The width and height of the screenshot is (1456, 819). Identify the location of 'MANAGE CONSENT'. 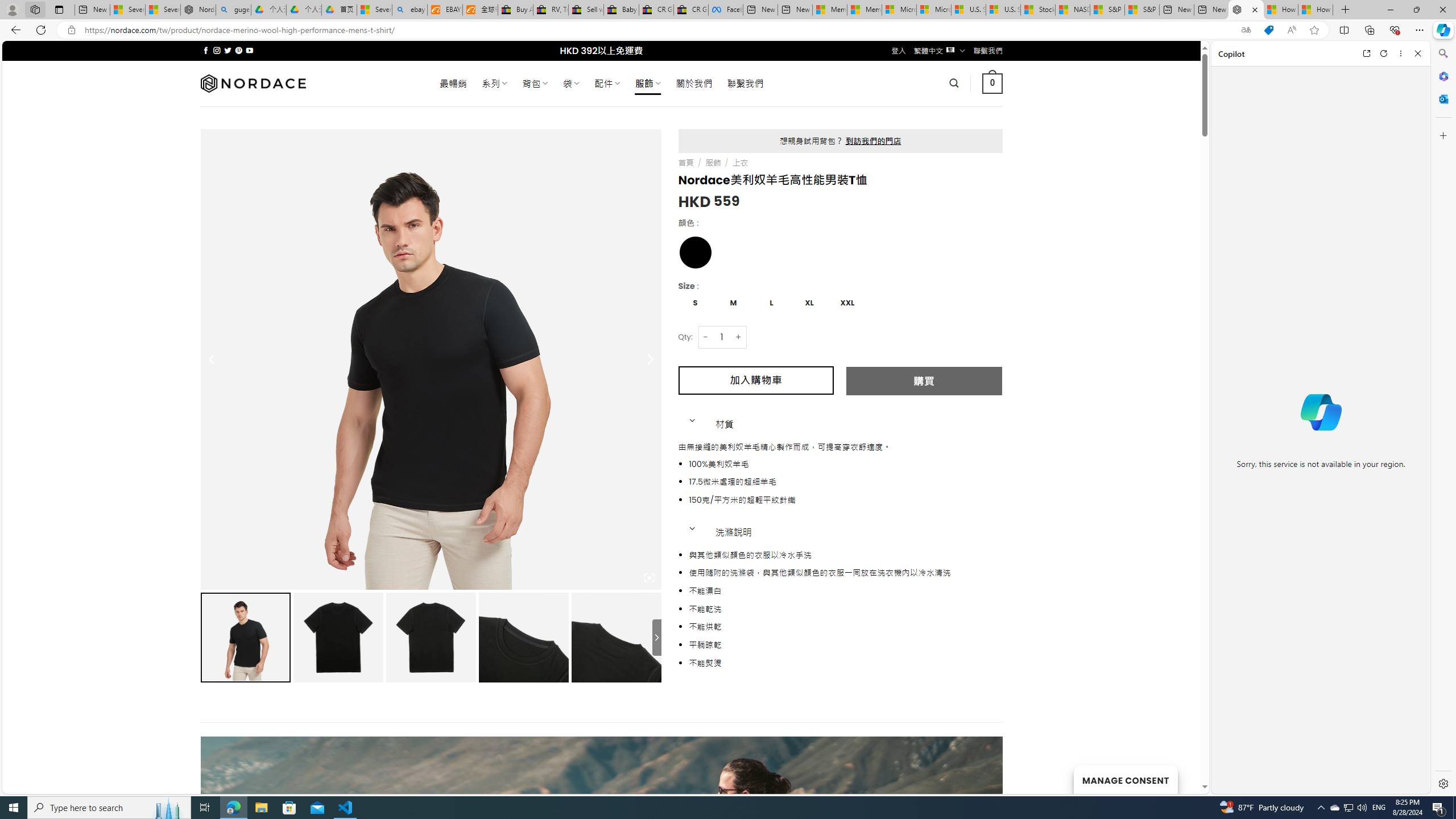
(1124, 779).